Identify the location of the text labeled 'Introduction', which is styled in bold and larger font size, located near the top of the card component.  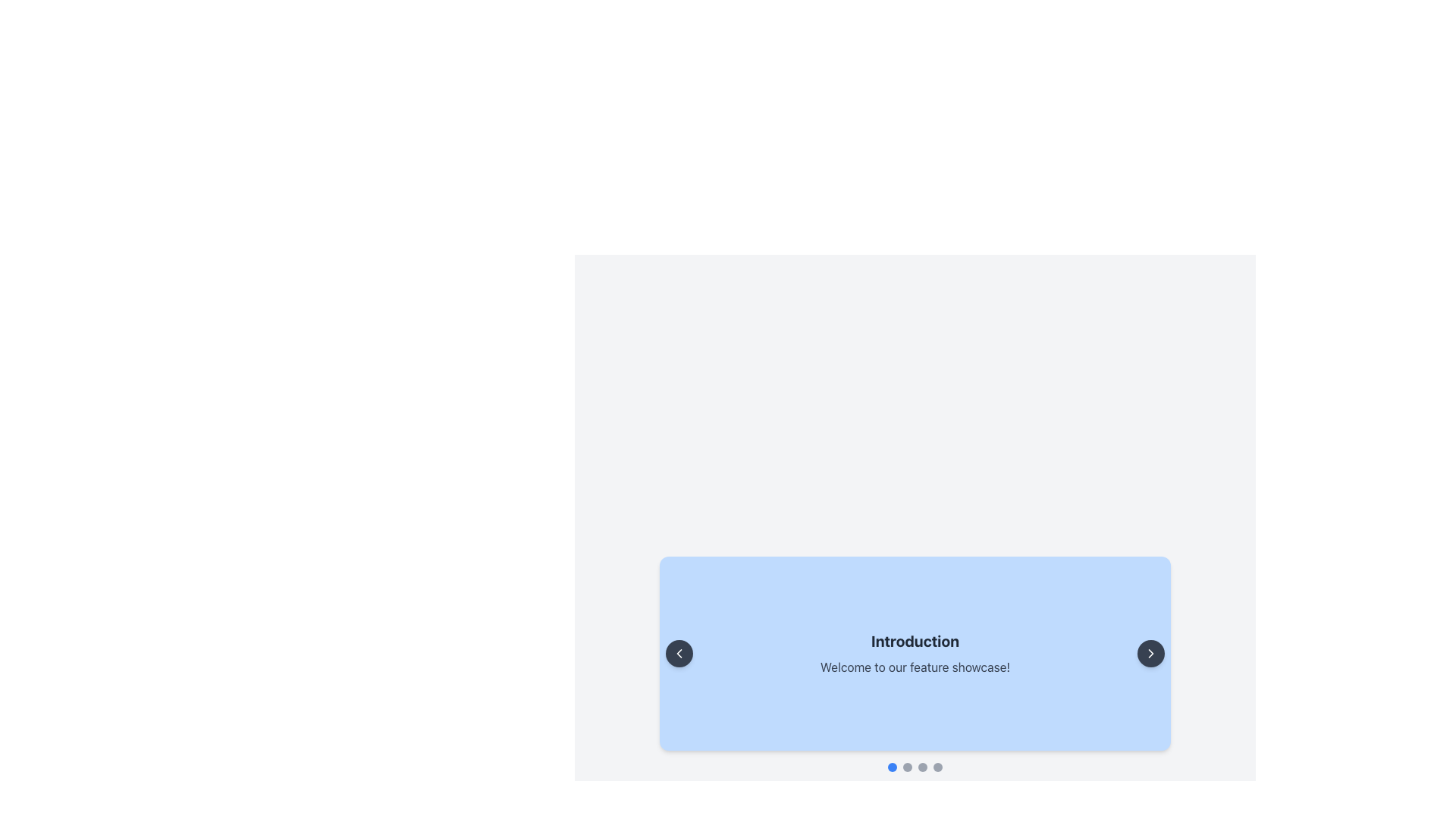
(914, 641).